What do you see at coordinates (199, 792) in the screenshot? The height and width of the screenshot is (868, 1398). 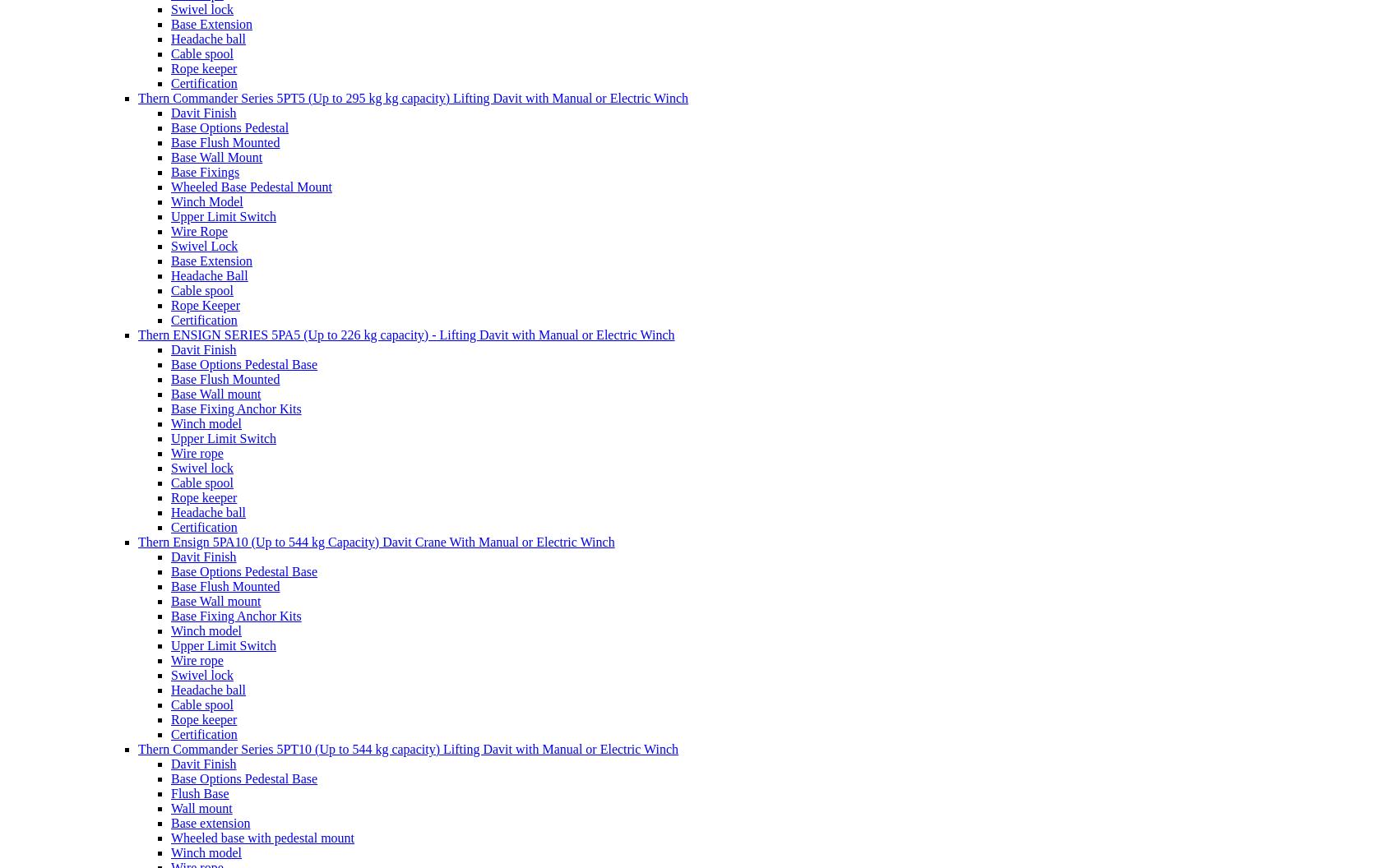 I see `'Flush Base'` at bounding box center [199, 792].